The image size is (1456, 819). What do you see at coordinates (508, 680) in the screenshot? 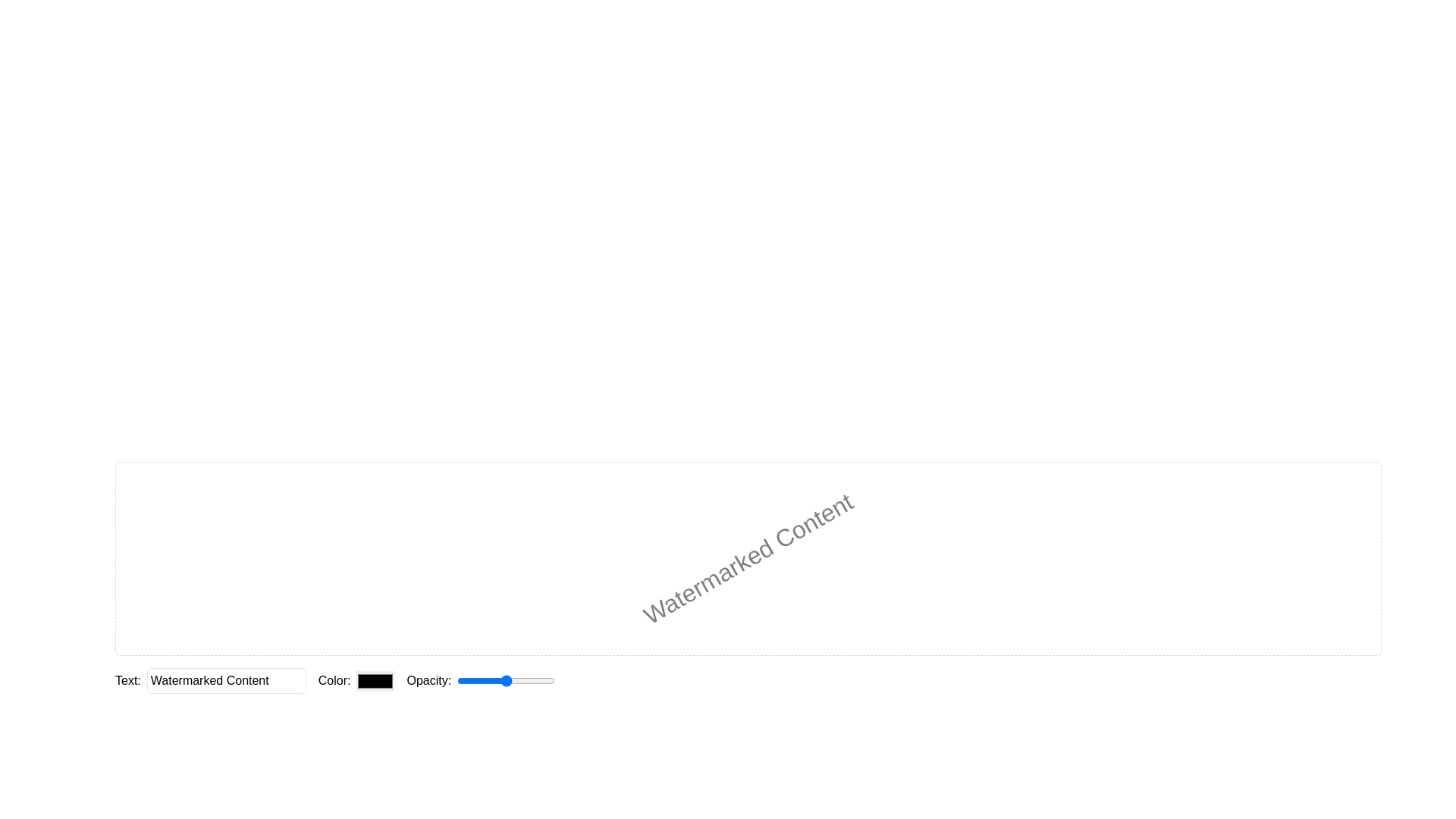
I see `the opacity value` at bounding box center [508, 680].